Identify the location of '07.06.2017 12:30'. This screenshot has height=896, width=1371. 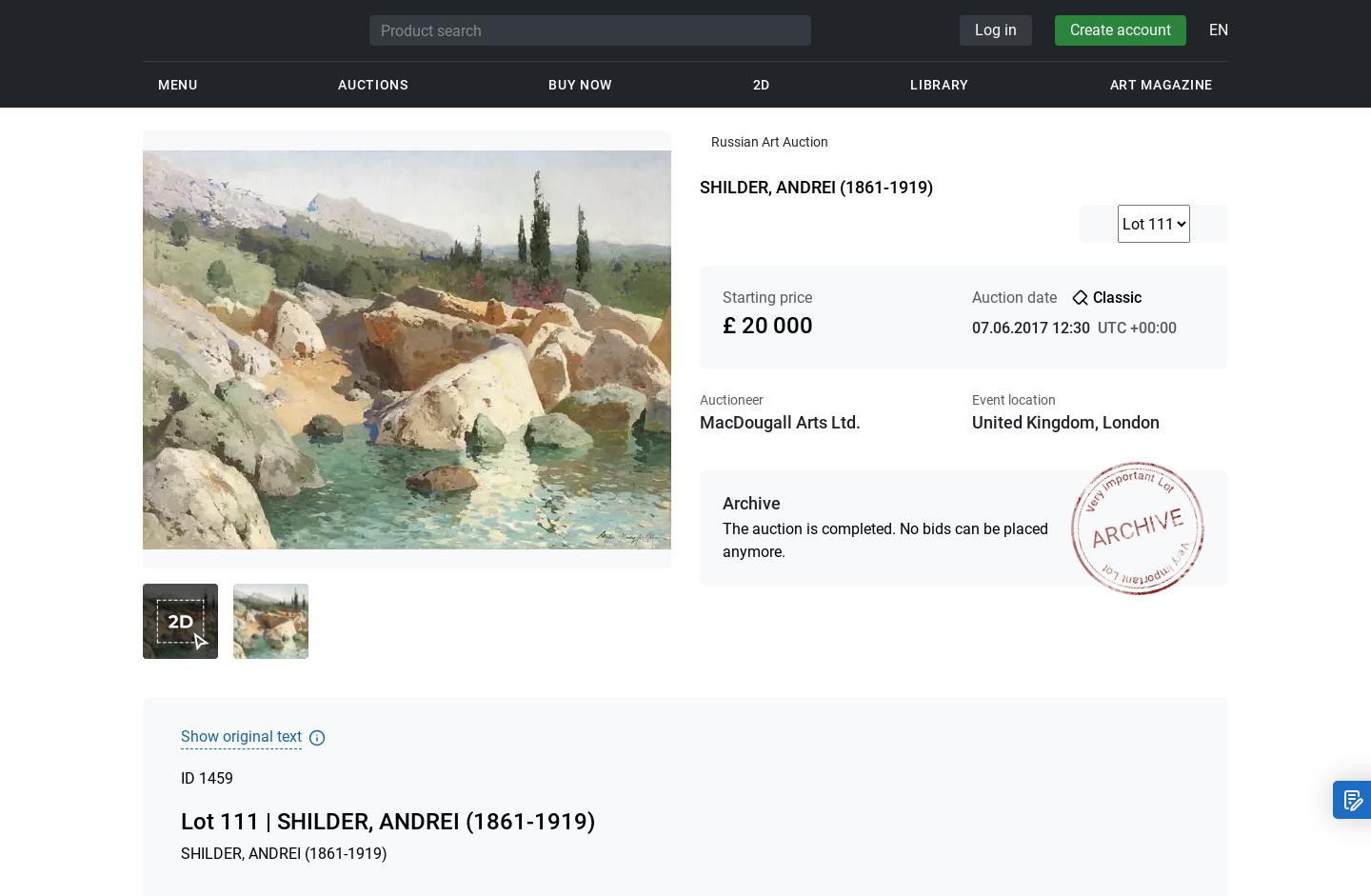
(1029, 327).